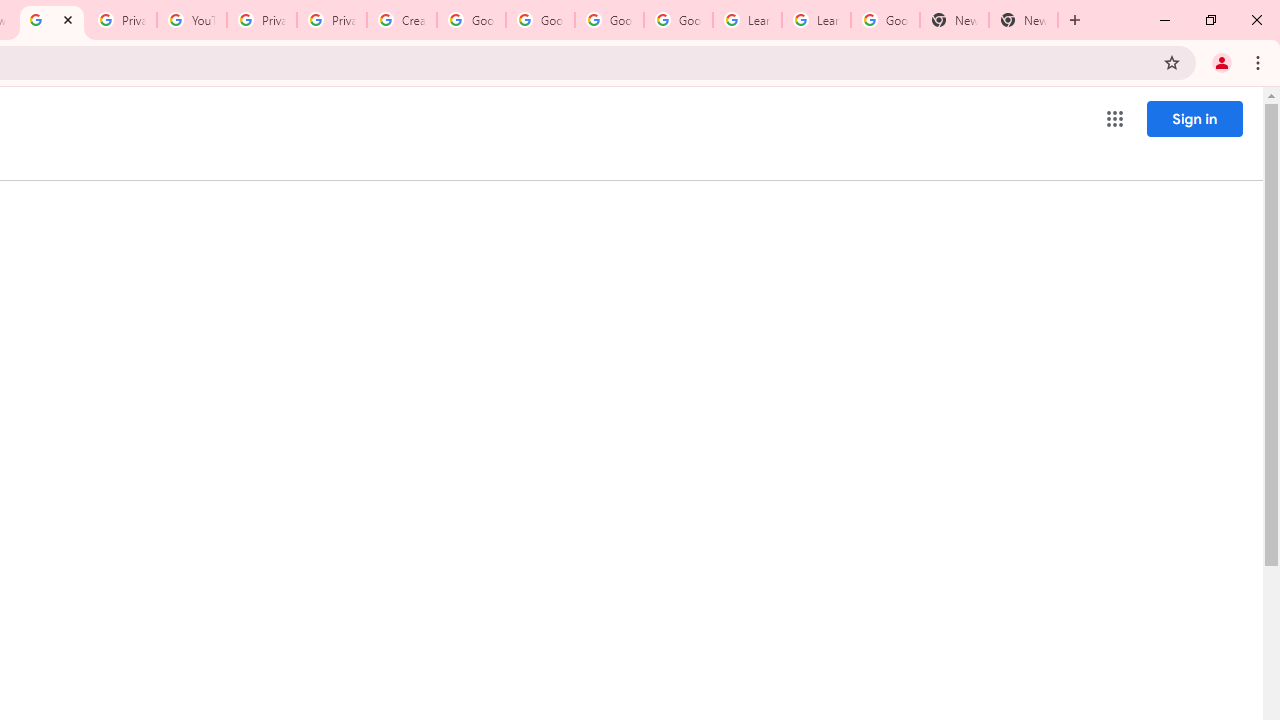  I want to click on 'Create your Google Account', so click(400, 20).